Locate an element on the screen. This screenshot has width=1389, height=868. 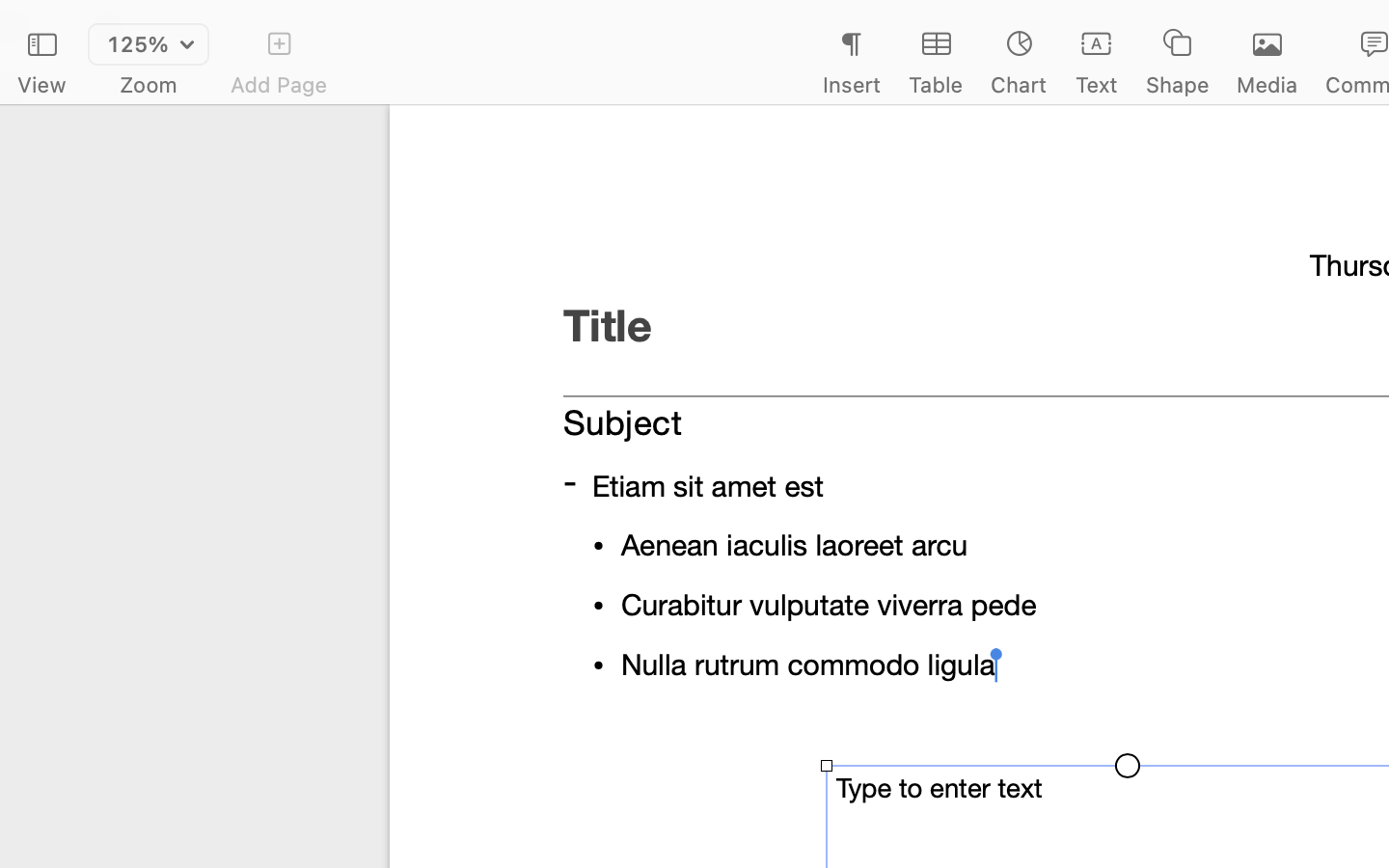
'View' is located at coordinates (41, 84).